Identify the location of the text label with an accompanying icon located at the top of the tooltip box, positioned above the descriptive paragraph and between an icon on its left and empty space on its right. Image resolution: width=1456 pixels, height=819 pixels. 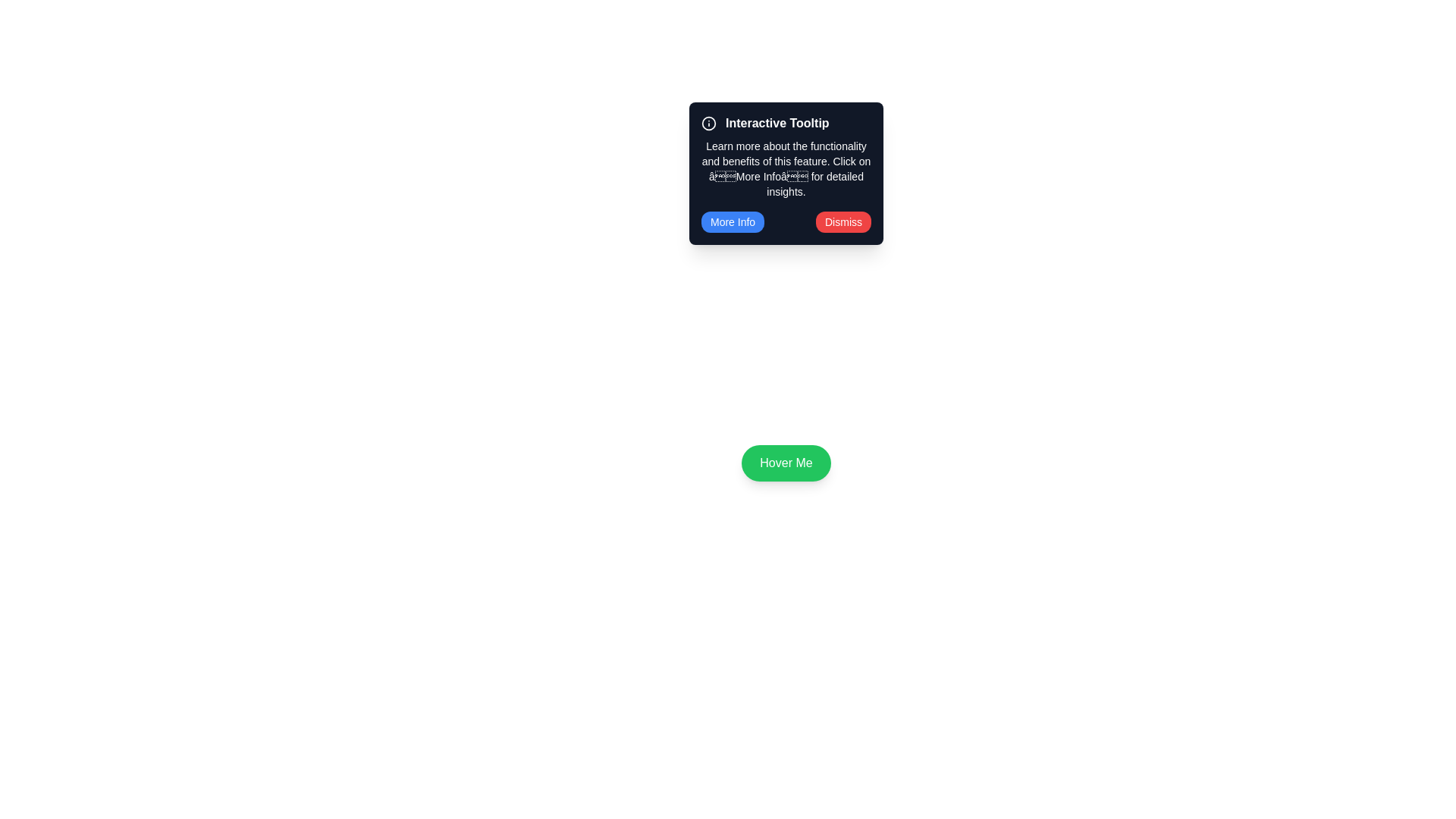
(786, 122).